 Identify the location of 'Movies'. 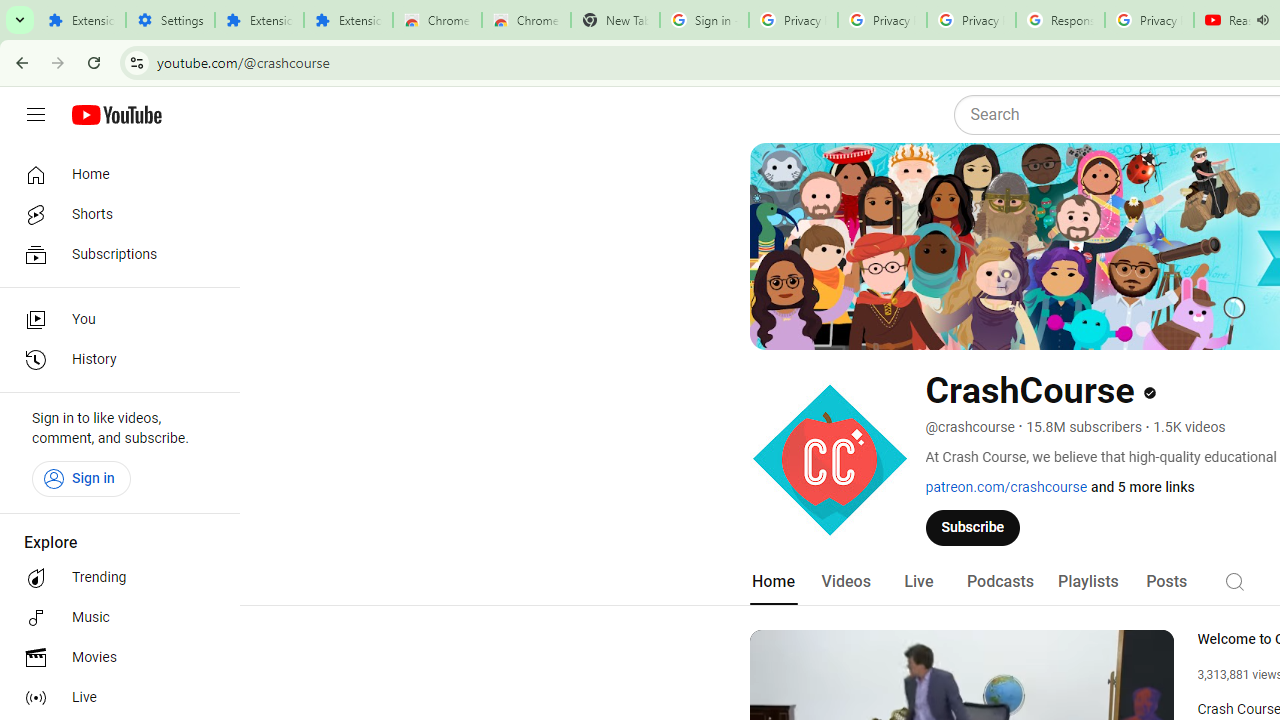
(112, 658).